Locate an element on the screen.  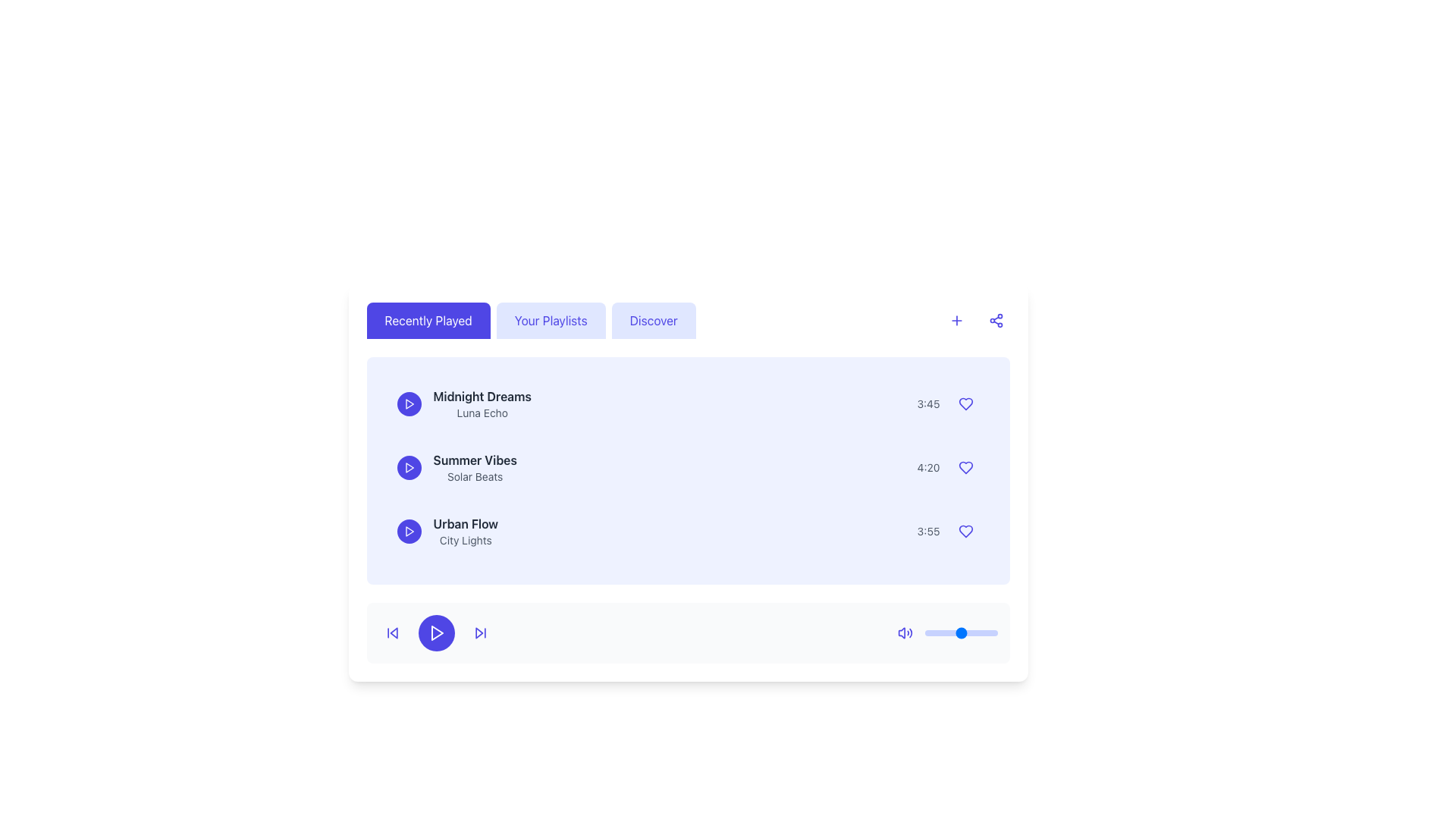
text block displaying 'Urban Flow' and 'City Lights', which is located under 'Summer Vibes' and above the time duration '3:55' in the vertical list of songs is located at coordinates (447, 531).